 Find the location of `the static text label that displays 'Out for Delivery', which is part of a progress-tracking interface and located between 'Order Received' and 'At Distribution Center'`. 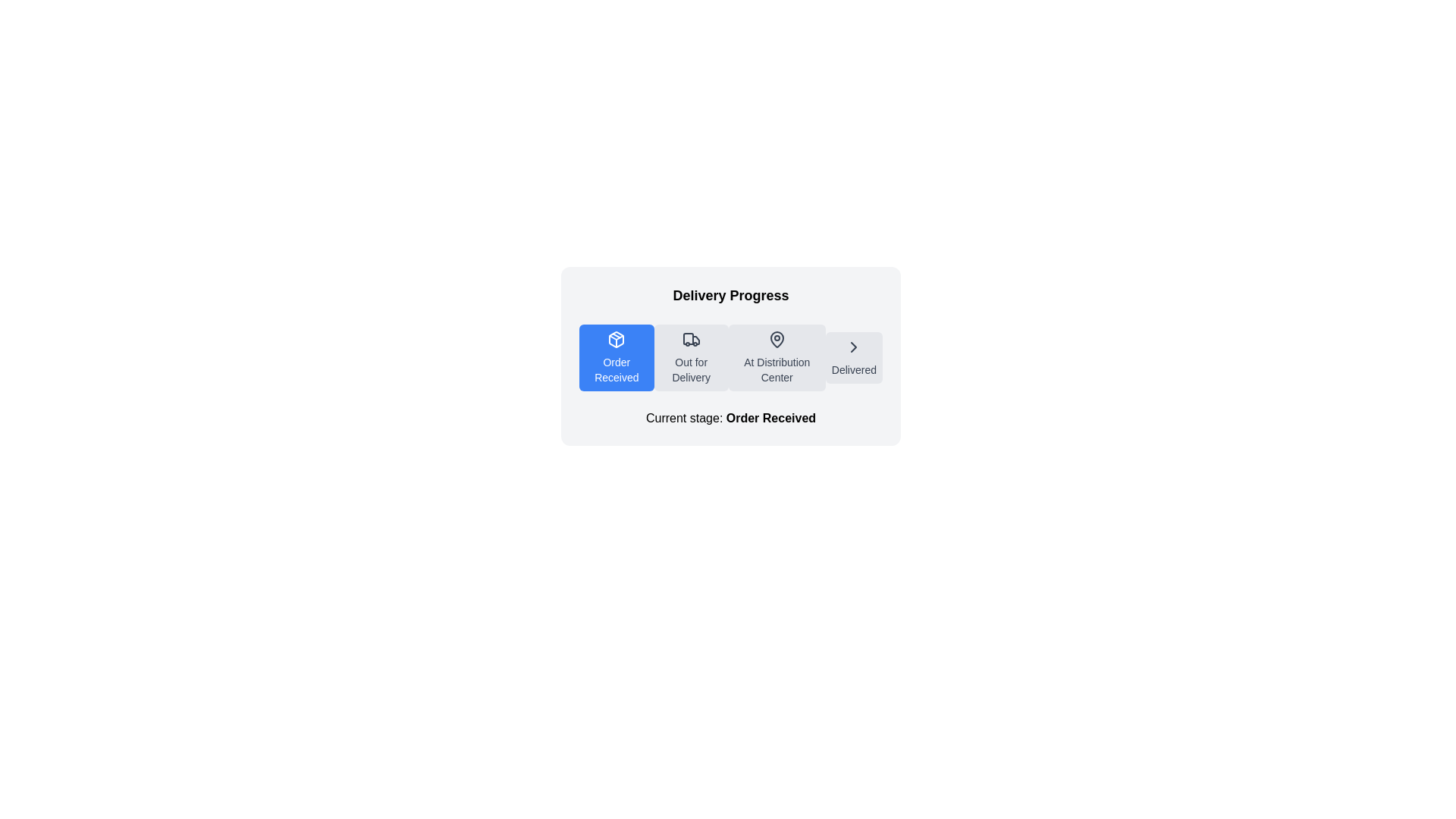

the static text label that displays 'Out for Delivery', which is part of a progress-tracking interface and located between 'Order Received' and 'At Distribution Center' is located at coordinates (690, 370).